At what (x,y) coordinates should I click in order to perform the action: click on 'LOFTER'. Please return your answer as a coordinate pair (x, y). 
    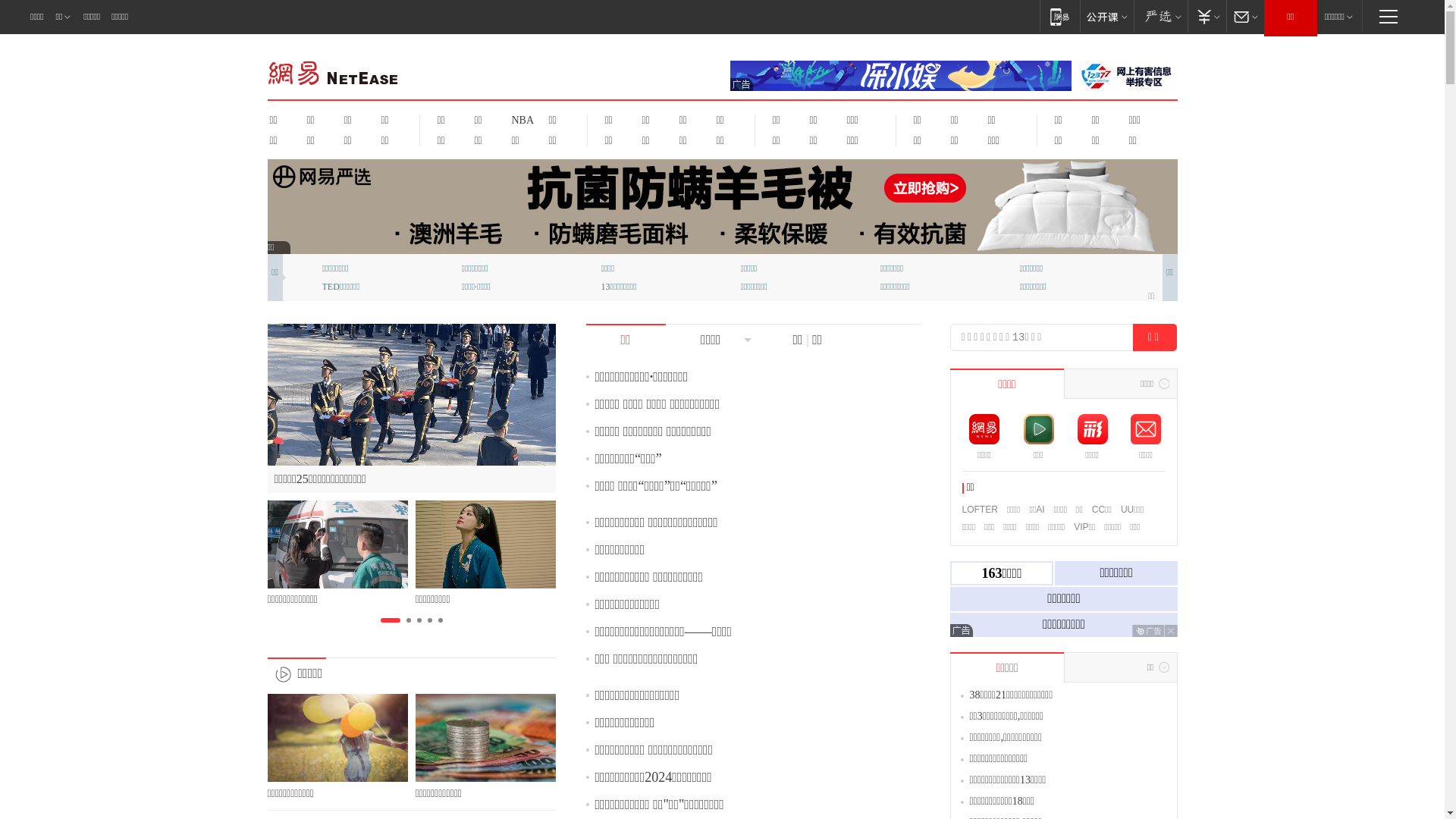
    Looking at the image, I should click on (979, 509).